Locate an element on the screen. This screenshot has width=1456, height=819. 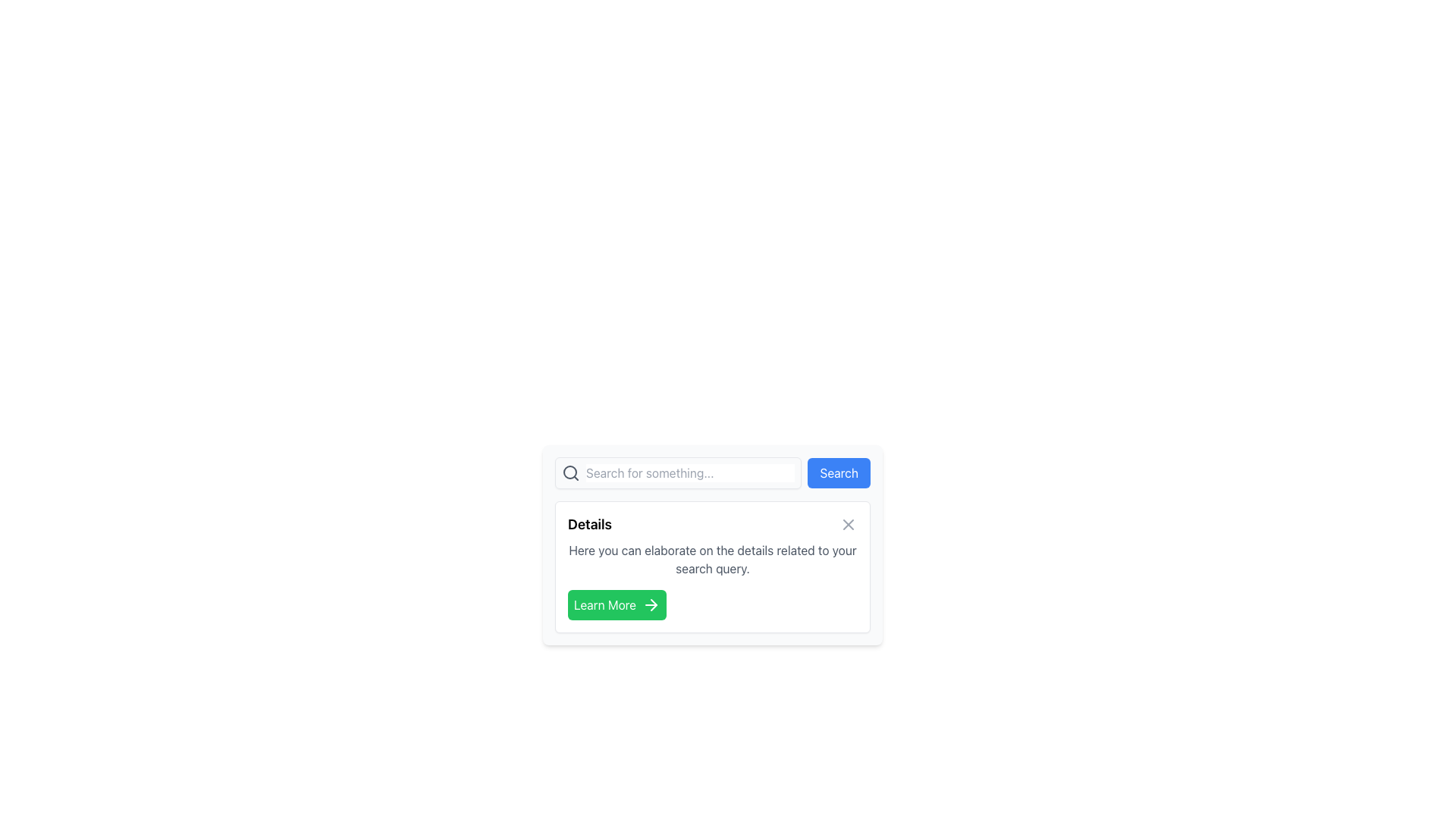
the close button located at the far right side of the 'Details' section to change its color is located at coordinates (847, 523).